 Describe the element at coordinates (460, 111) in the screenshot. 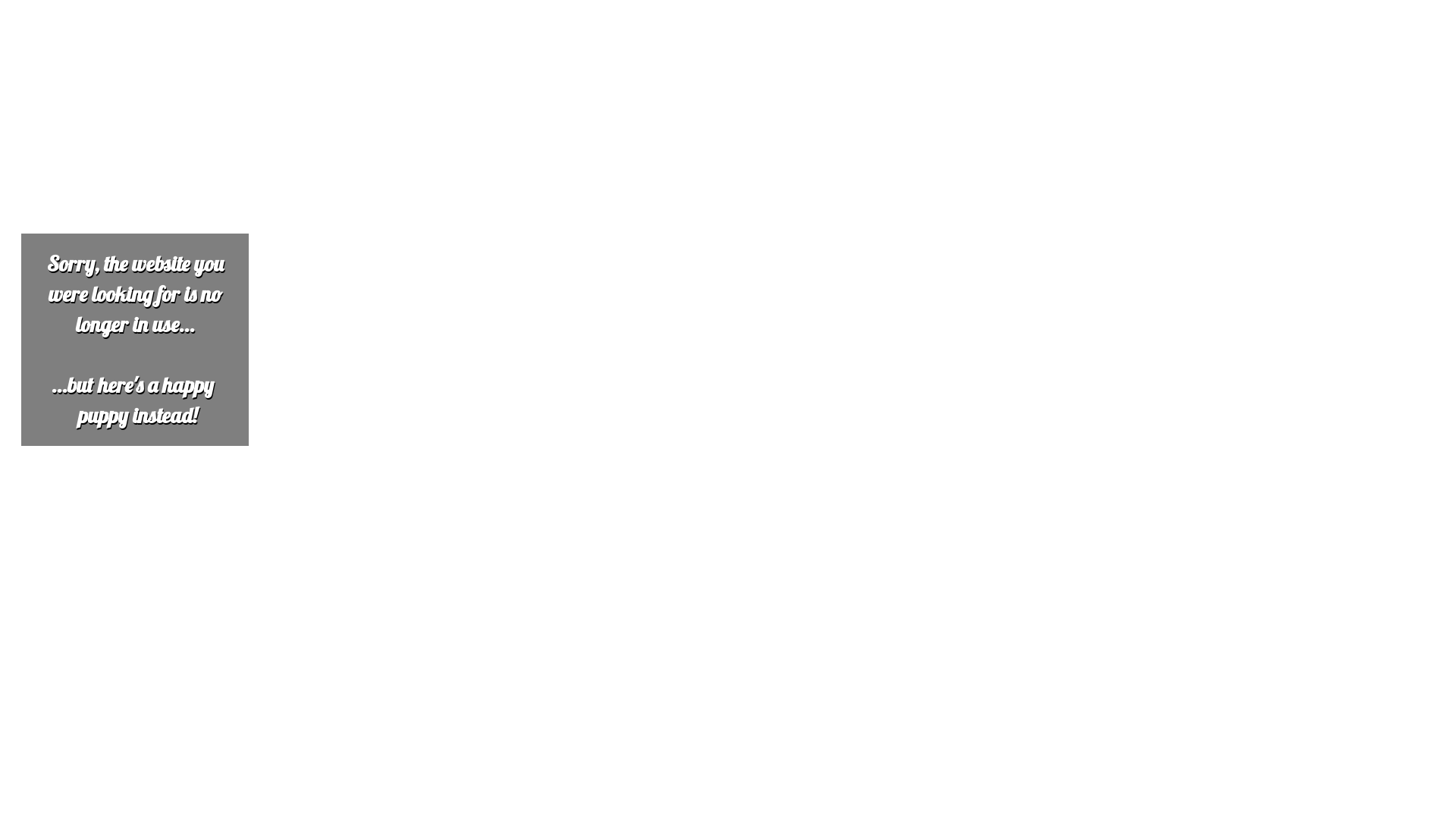

I see `'Advertisement'` at that location.